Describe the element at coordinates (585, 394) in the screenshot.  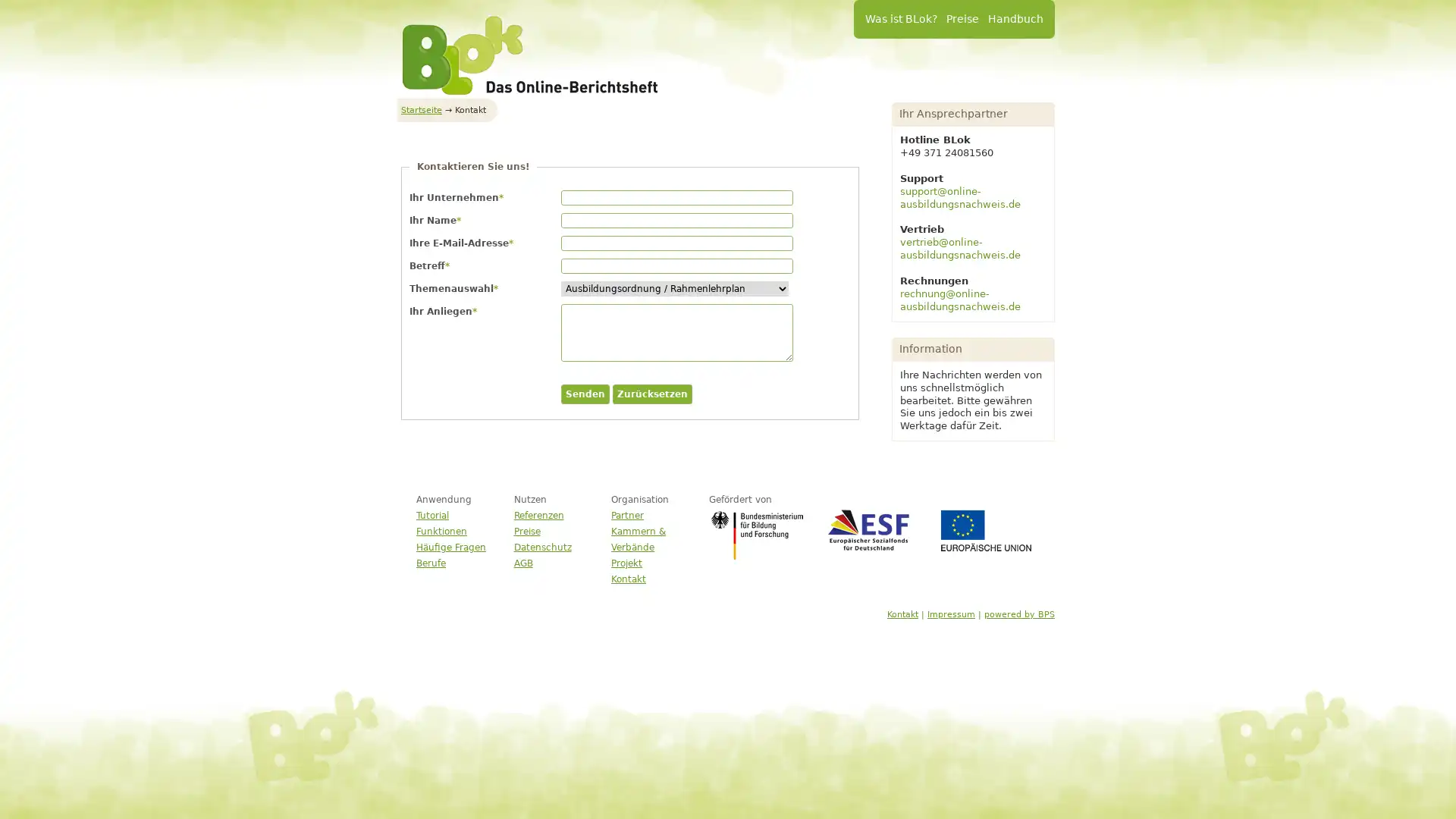
I see `Senden` at that location.